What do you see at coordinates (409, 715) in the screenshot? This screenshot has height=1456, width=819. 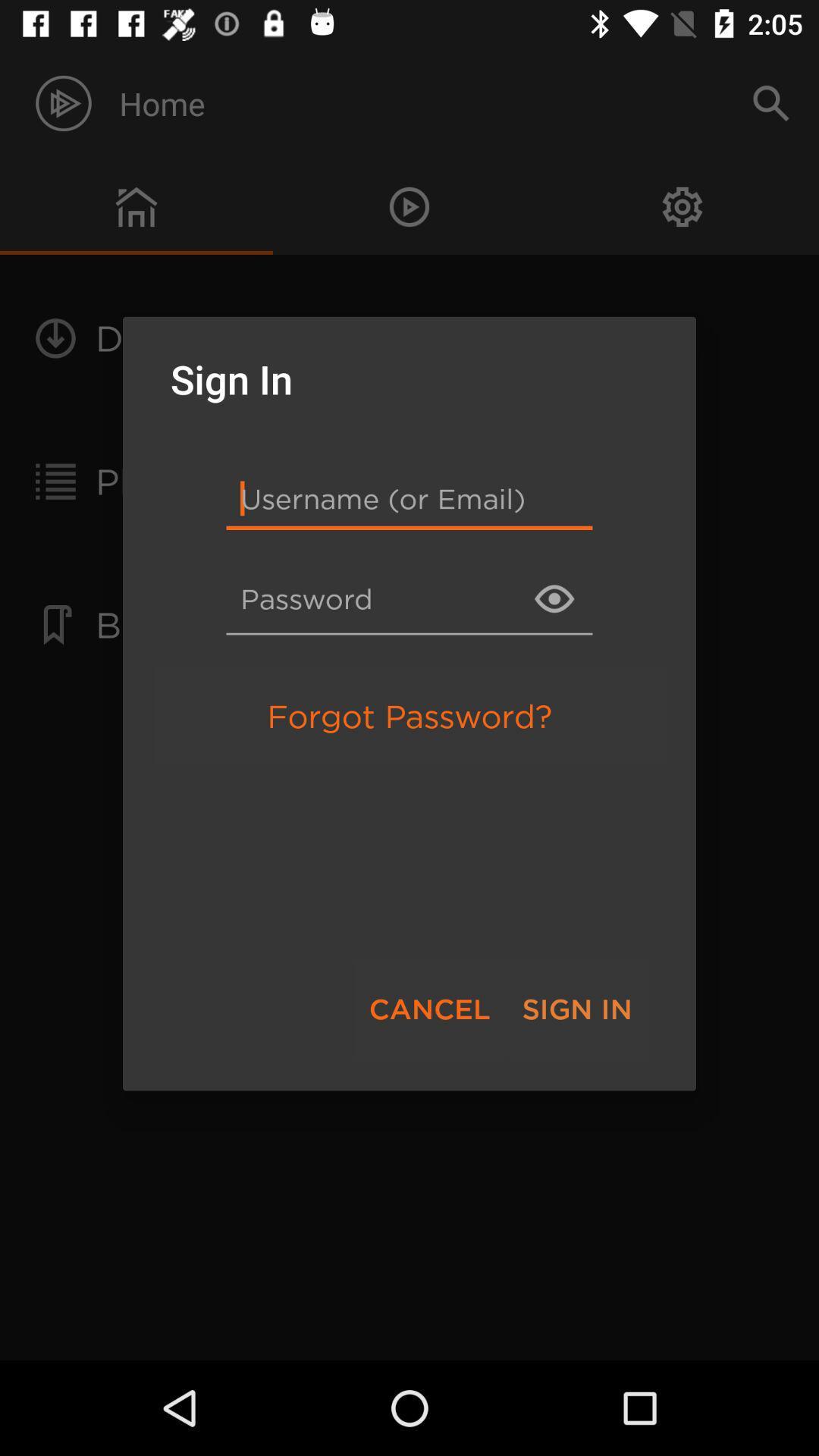 I see `the forgot password? item` at bounding box center [409, 715].